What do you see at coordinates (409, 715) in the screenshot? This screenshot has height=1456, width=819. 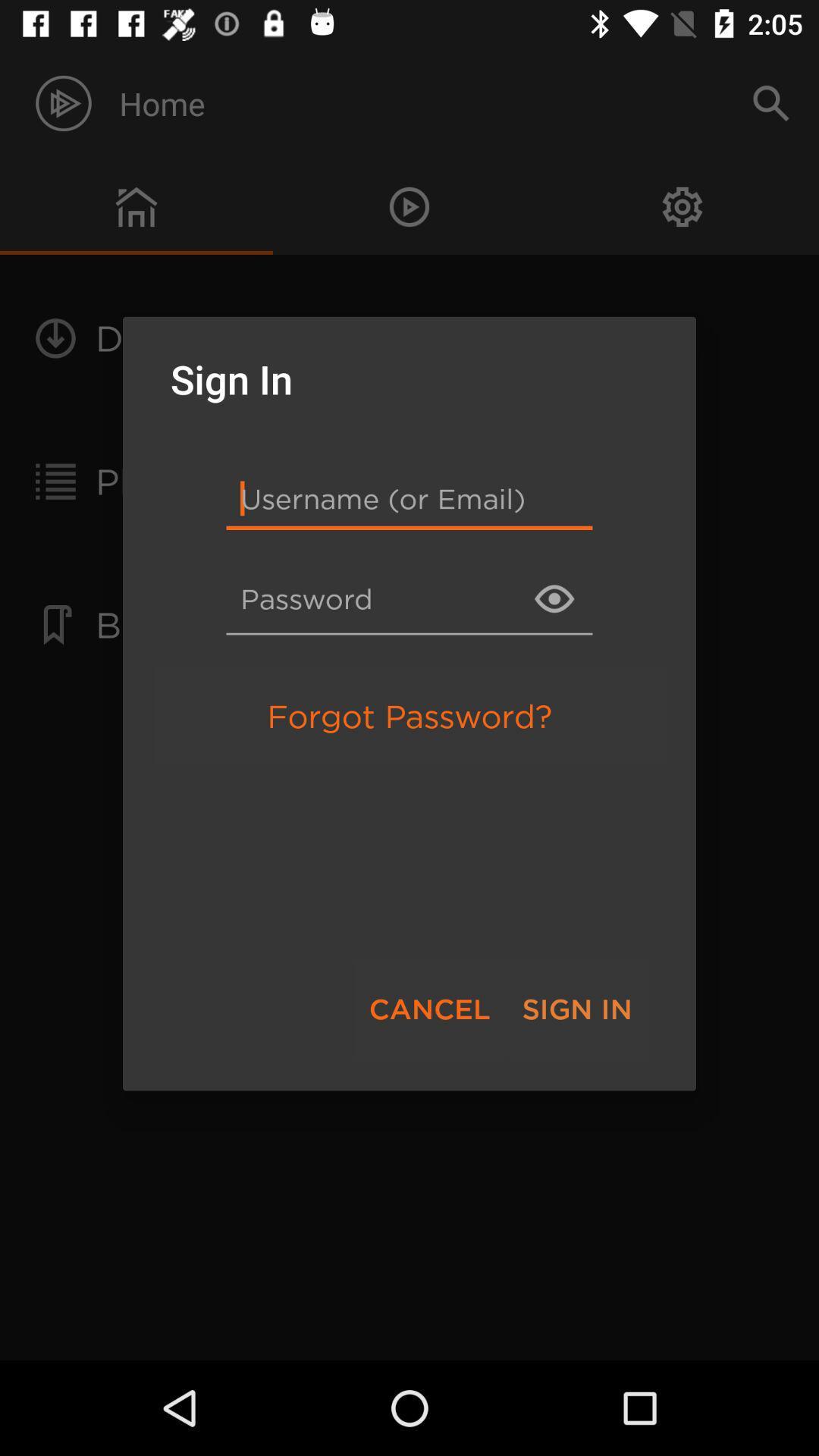 I see `the forgot password? item` at bounding box center [409, 715].